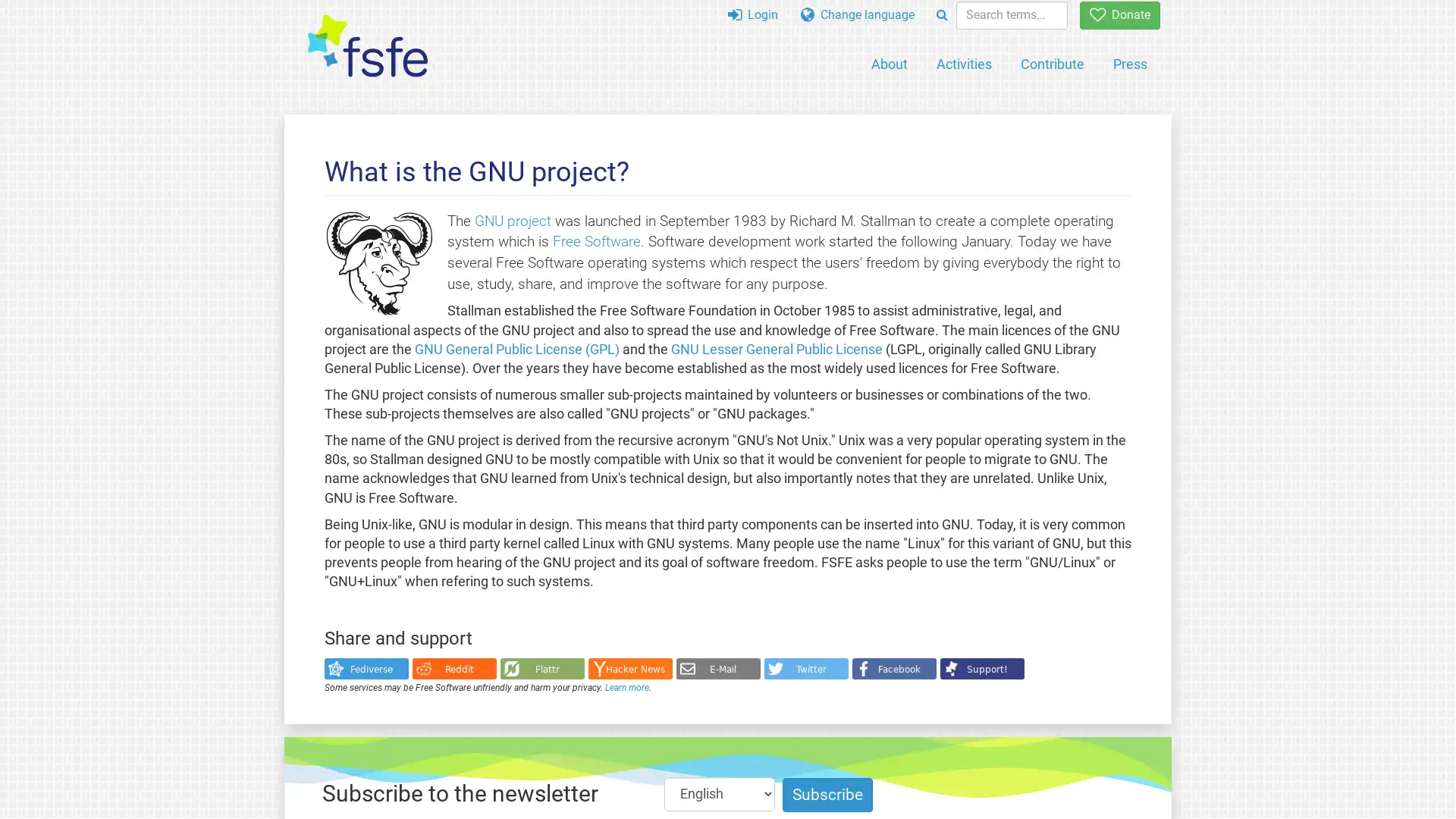 The image size is (1456, 819). I want to click on Support!, so click(981, 668).